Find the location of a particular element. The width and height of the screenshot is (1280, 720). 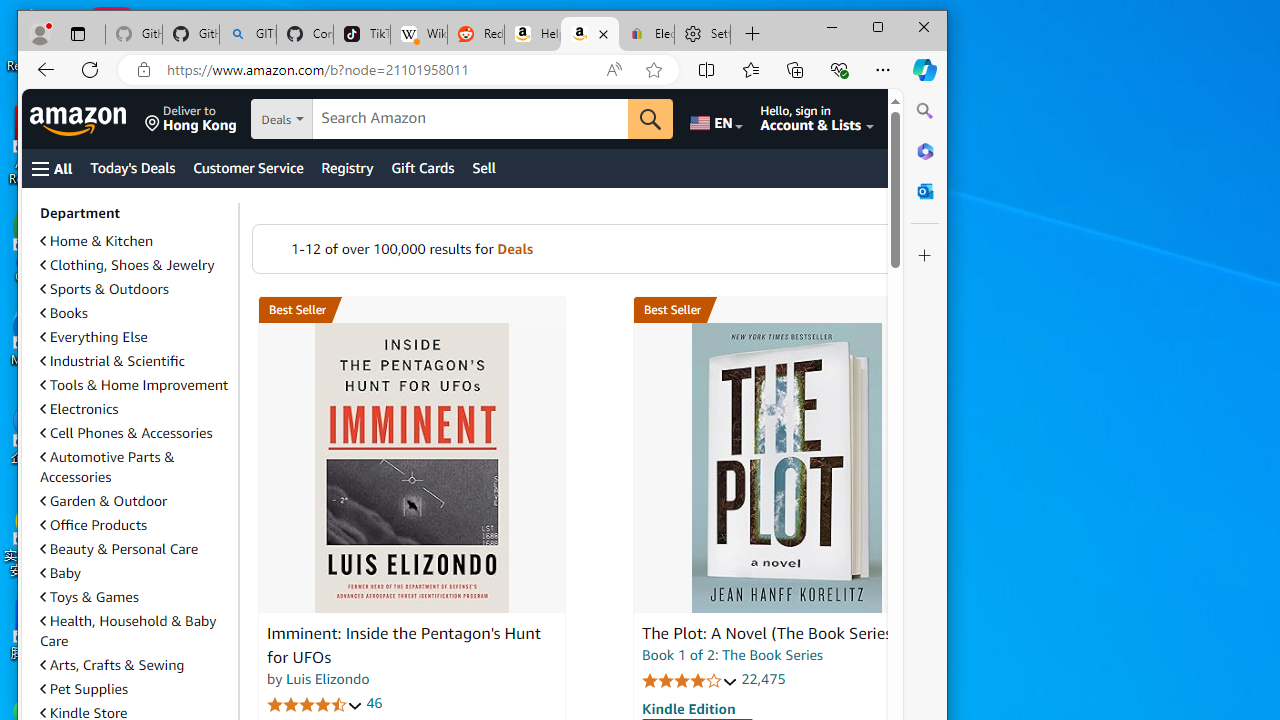

'Clothing, Shoes & Jewelry' is located at coordinates (126, 264).